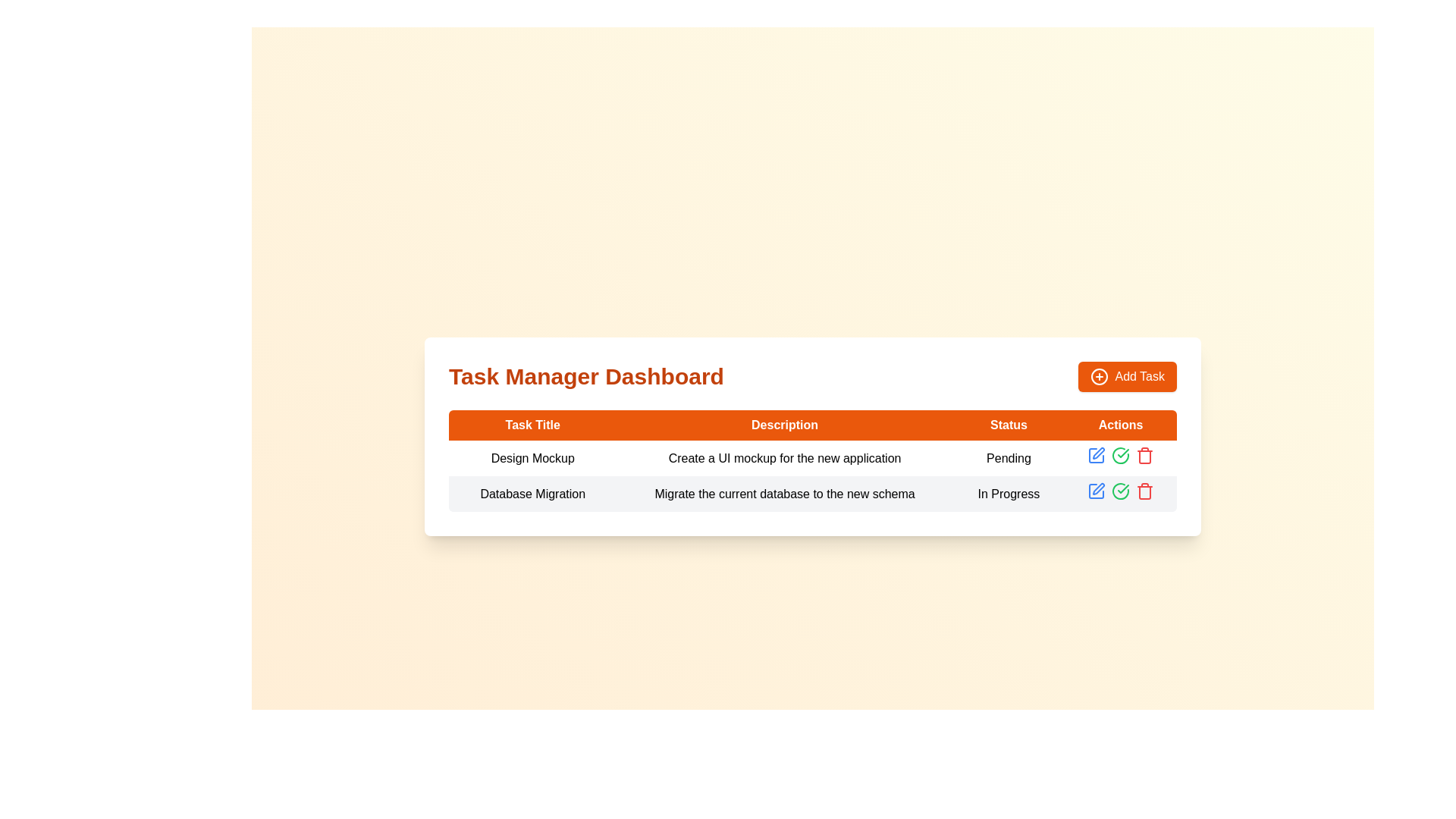  Describe the element at coordinates (785, 494) in the screenshot. I see `the text content in the second row under the 'Description' column of the tabular grid, which describes the task related to database migration` at that location.